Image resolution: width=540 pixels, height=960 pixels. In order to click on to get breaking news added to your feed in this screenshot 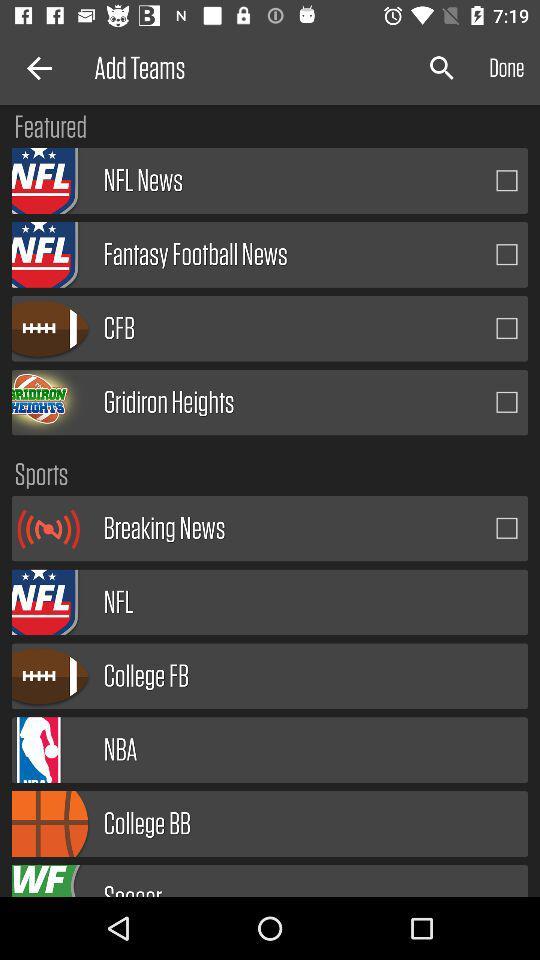, I will do `click(507, 527)`.